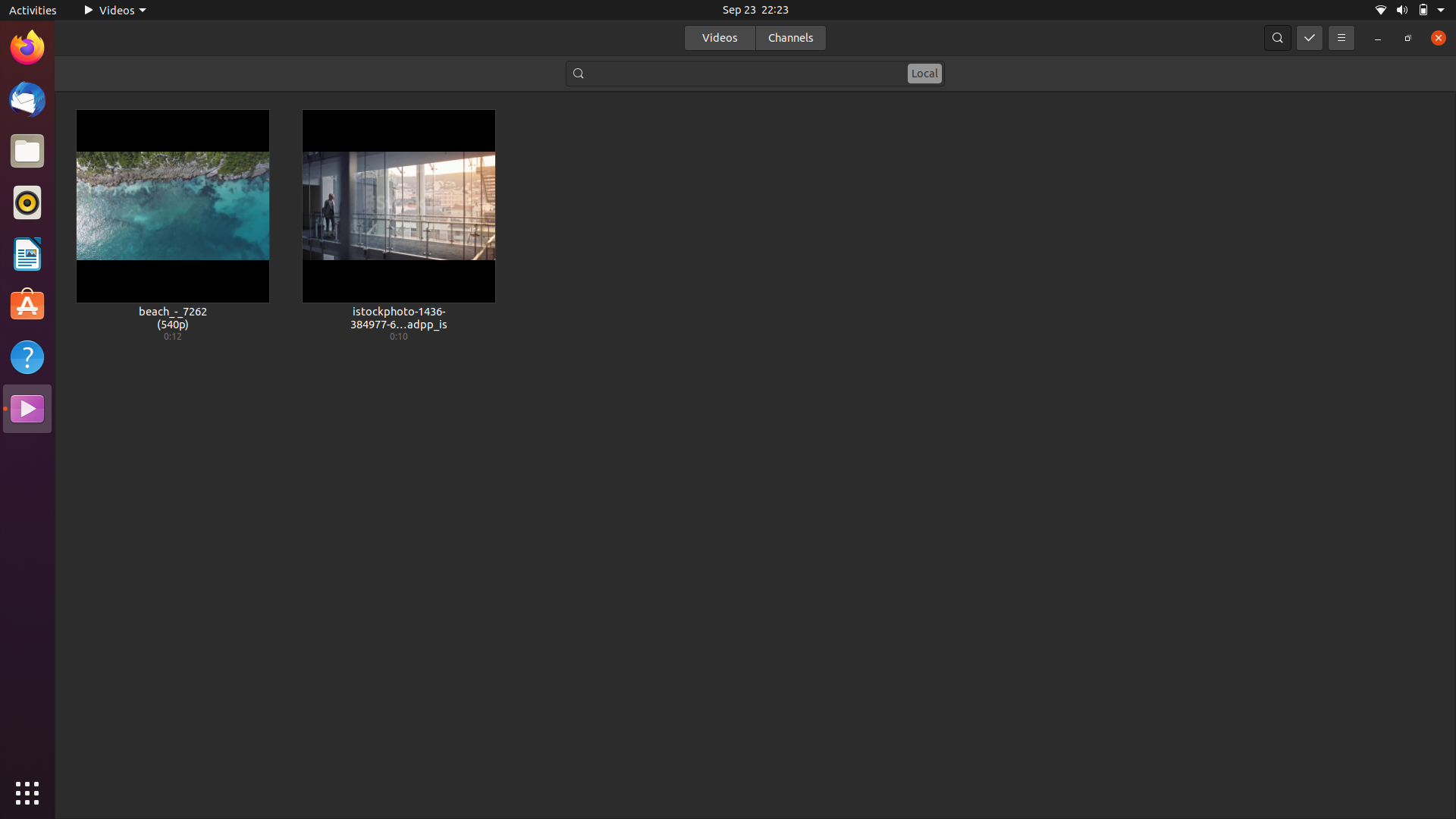  What do you see at coordinates (789, 36) in the screenshot?
I see `the first video in the Channels tab` at bounding box center [789, 36].